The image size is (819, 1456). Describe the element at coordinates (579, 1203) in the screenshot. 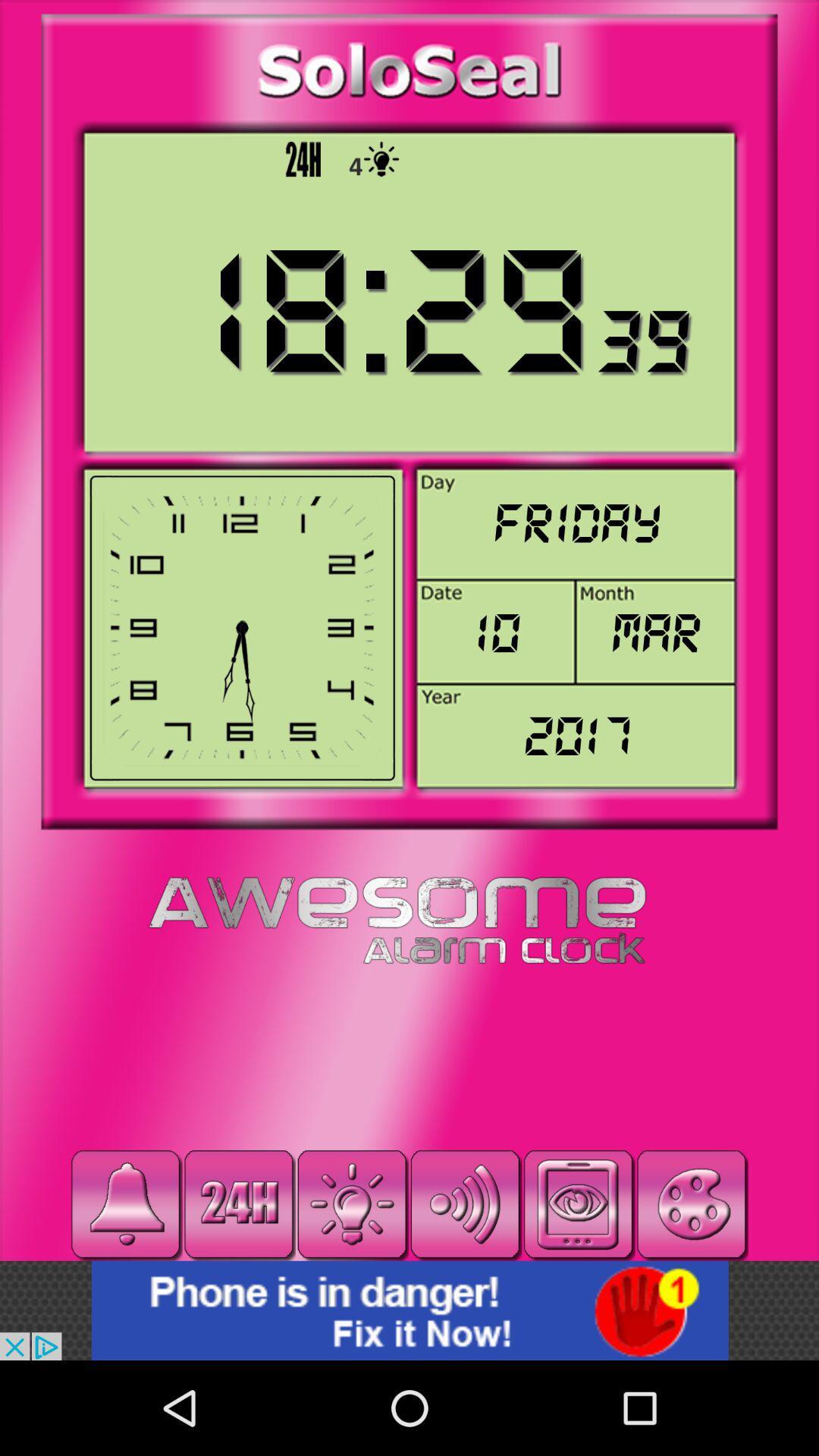

I see `selection` at that location.